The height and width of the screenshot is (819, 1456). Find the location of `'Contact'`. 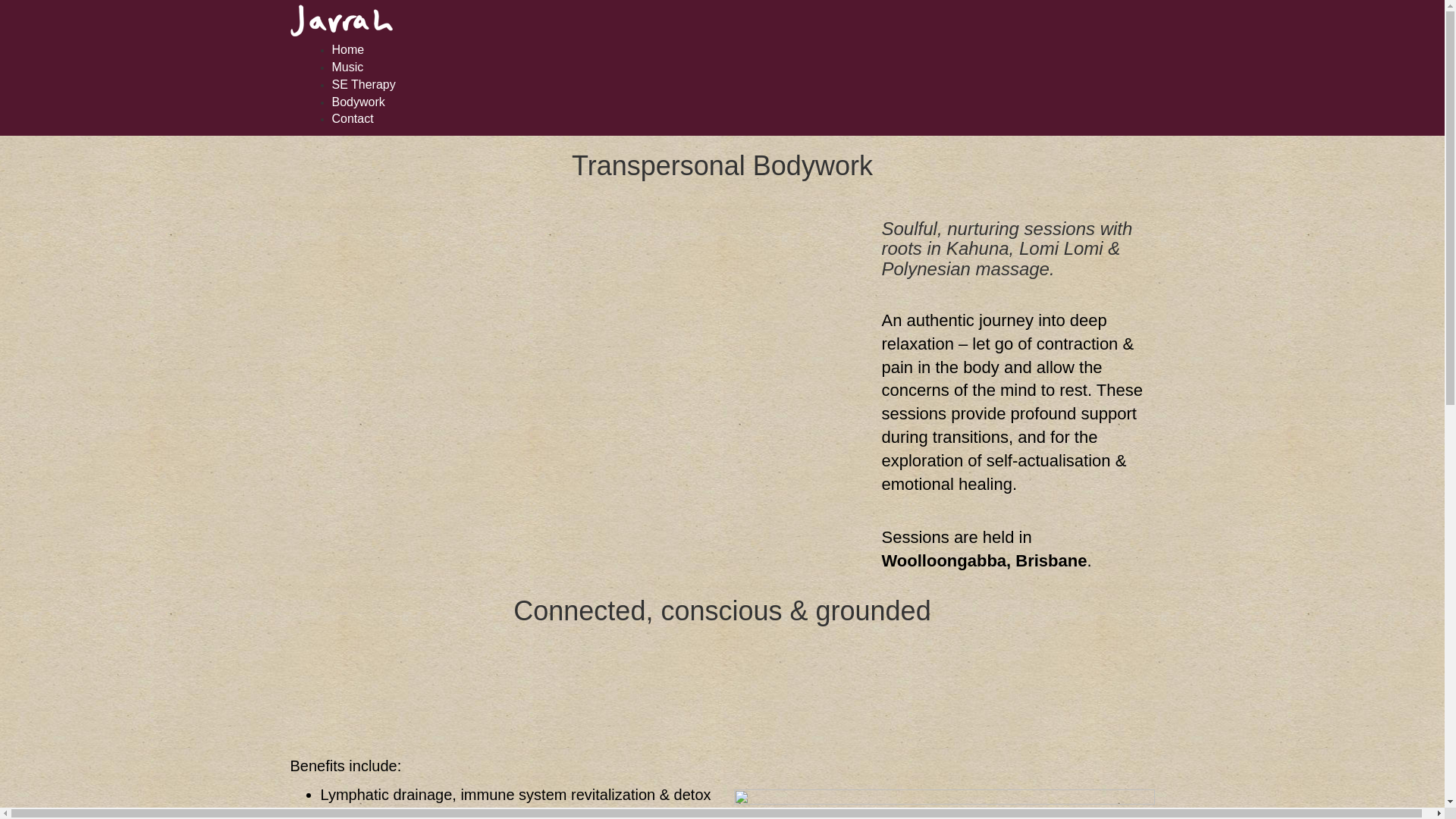

'Contact' is located at coordinates (352, 118).